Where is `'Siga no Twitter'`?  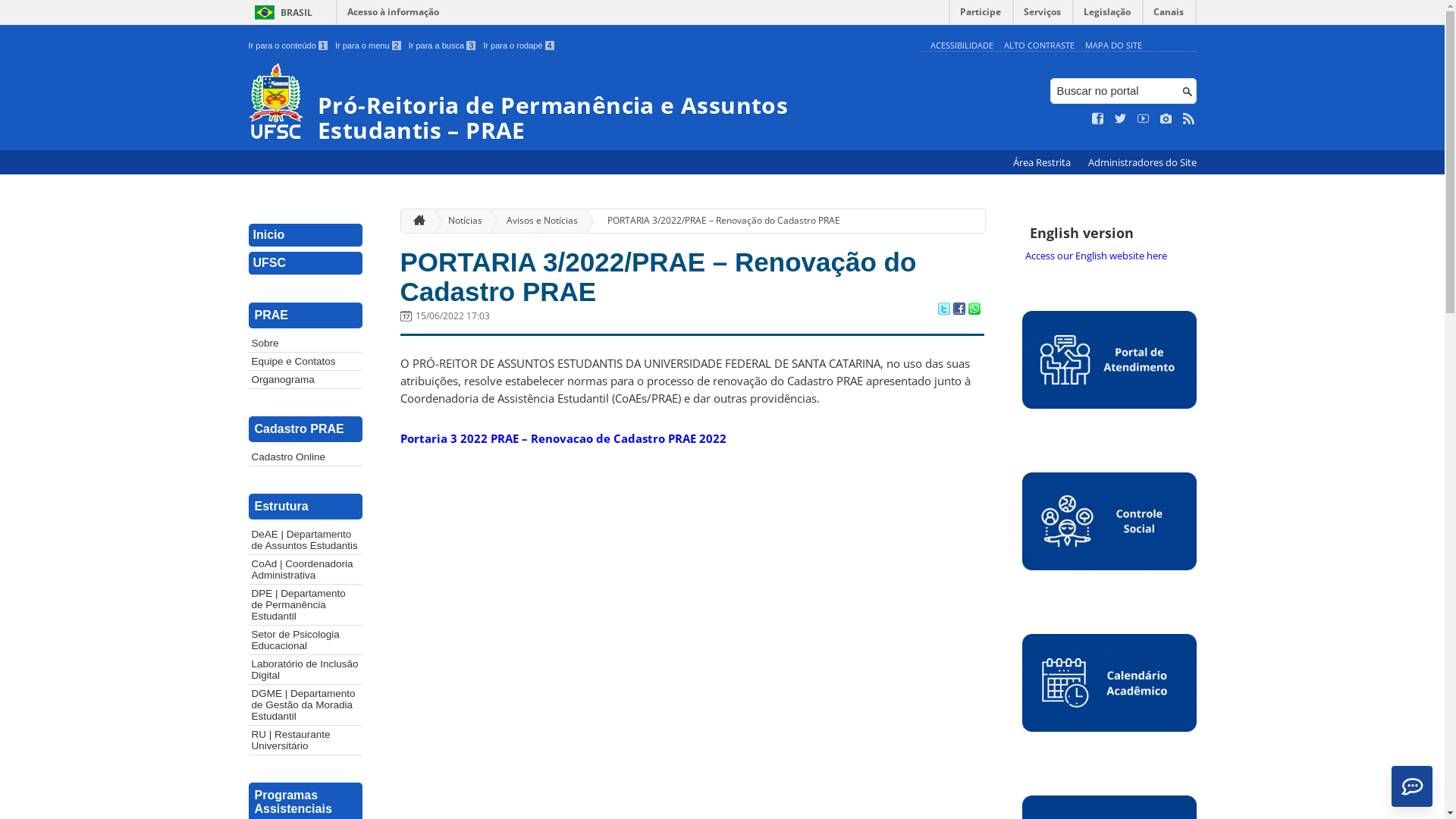
'Siga no Twitter' is located at coordinates (1121, 118).